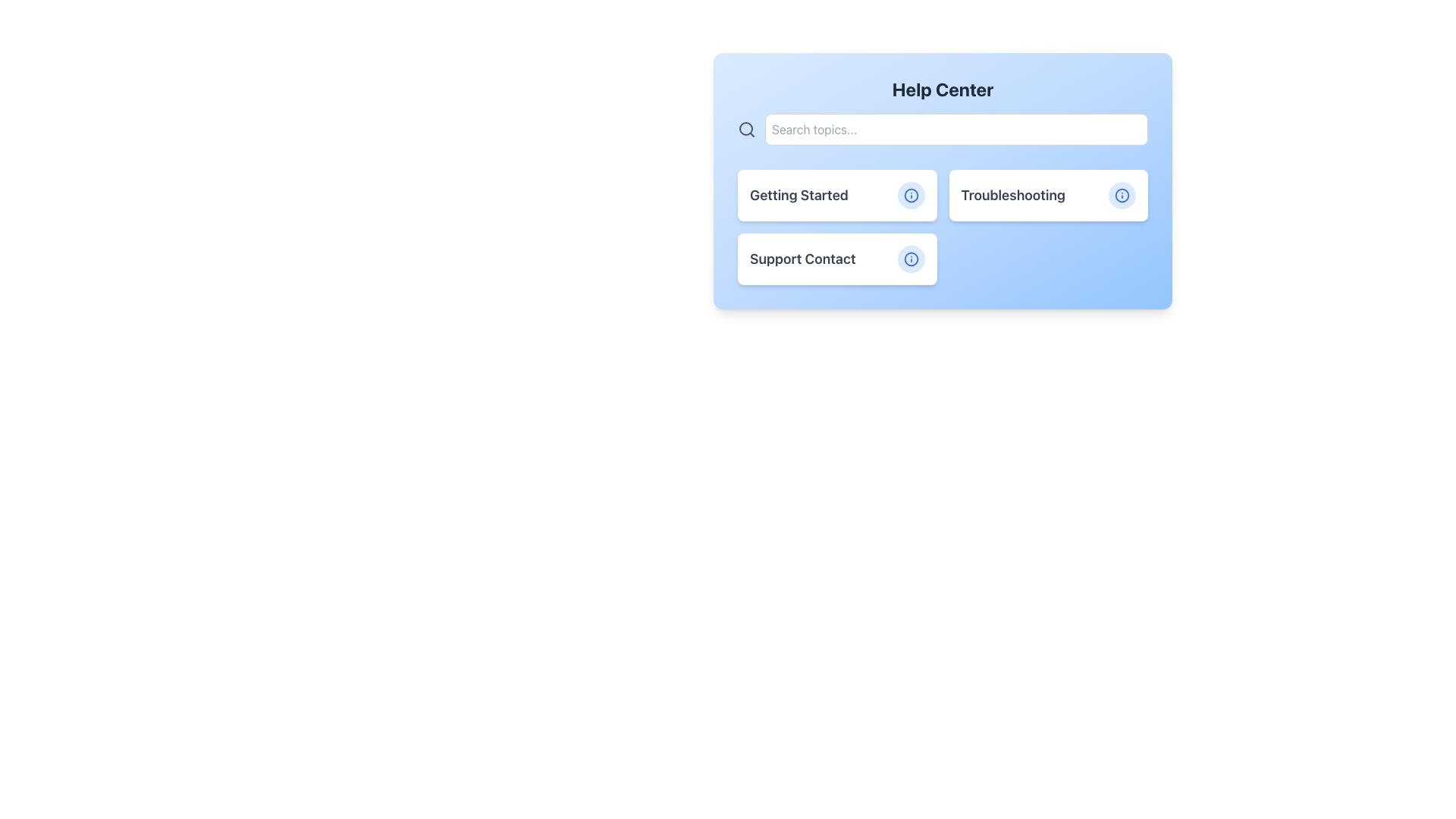 The width and height of the screenshot is (1456, 819). Describe the element at coordinates (836, 195) in the screenshot. I see `the Clickable Card in the top-left corner of the grid within the 'Help Center' section` at that location.